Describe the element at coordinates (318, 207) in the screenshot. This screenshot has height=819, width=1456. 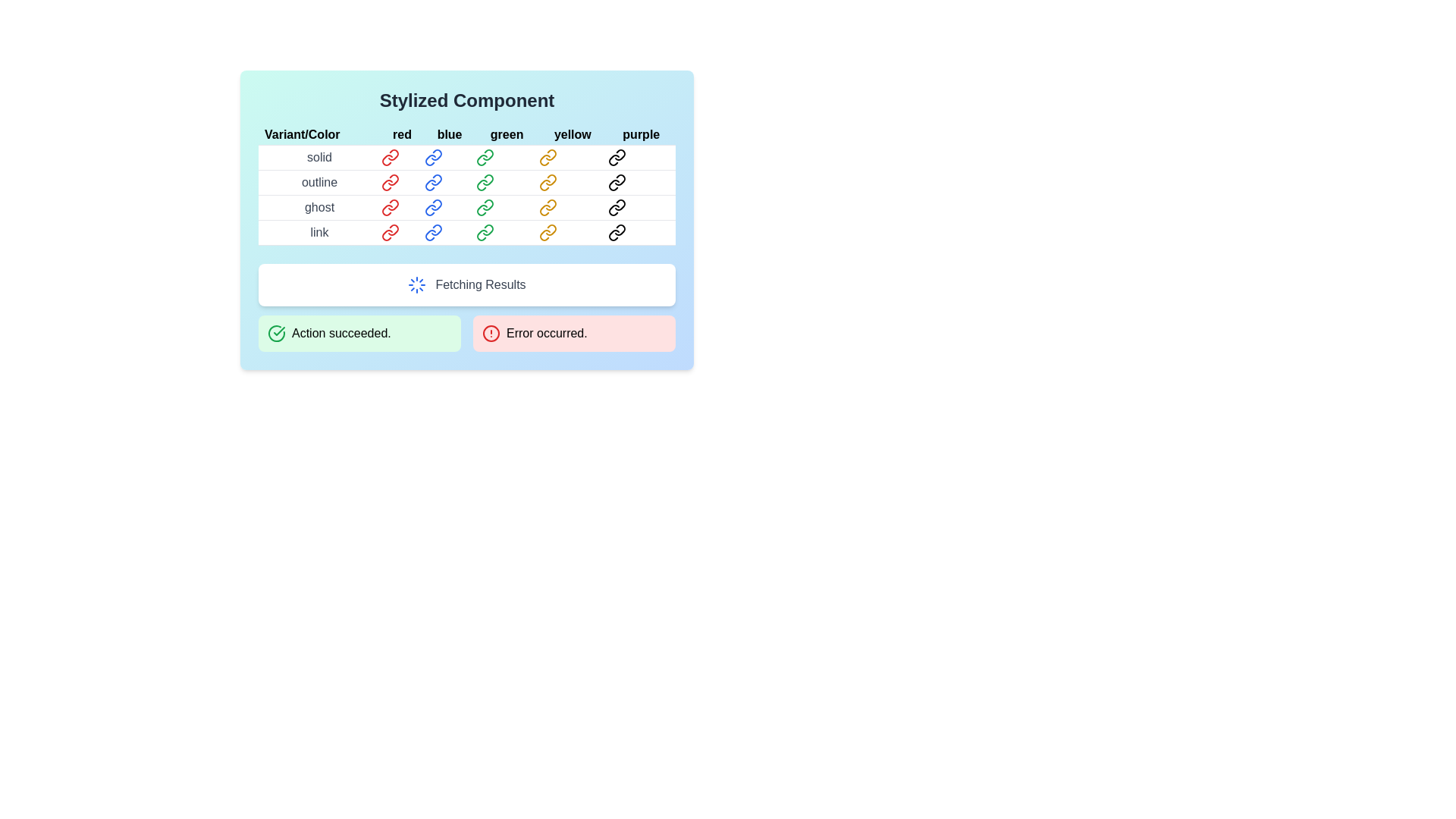
I see `the label indicating the 'ghost' variant in the table under the 'Variant/Color' column header, which is the first cell in the third row of the card labeled 'Stylized Component.'` at that location.